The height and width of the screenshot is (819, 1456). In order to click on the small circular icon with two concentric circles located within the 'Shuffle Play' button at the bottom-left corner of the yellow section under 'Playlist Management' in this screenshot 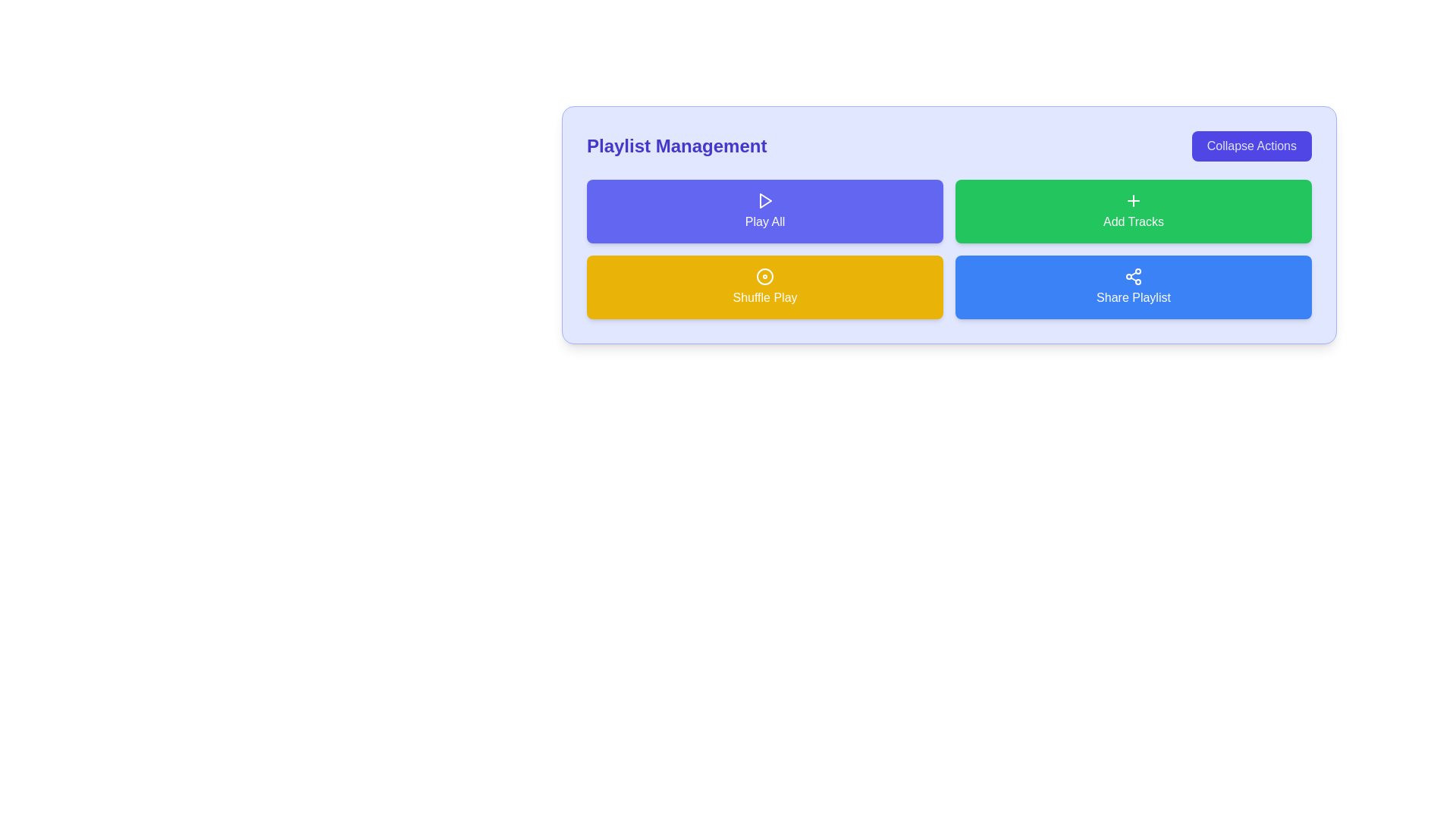, I will do `click(764, 277)`.